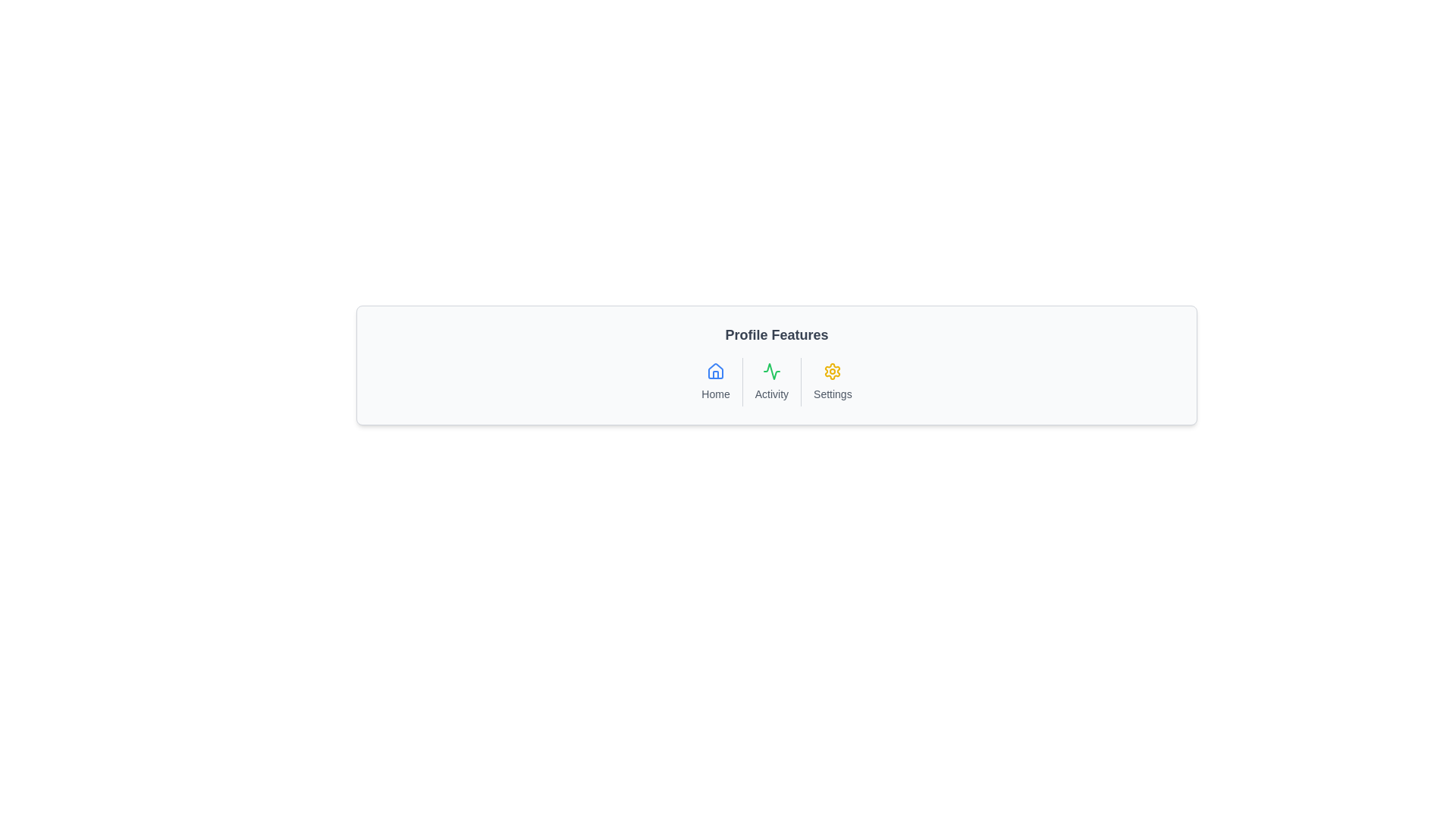 The height and width of the screenshot is (819, 1456). What do you see at coordinates (771, 371) in the screenshot?
I see `the green heartbeat wave icon positioned in the middle row of three icons, specifically the second icon from the left, below the 'Profile Features' text` at bounding box center [771, 371].